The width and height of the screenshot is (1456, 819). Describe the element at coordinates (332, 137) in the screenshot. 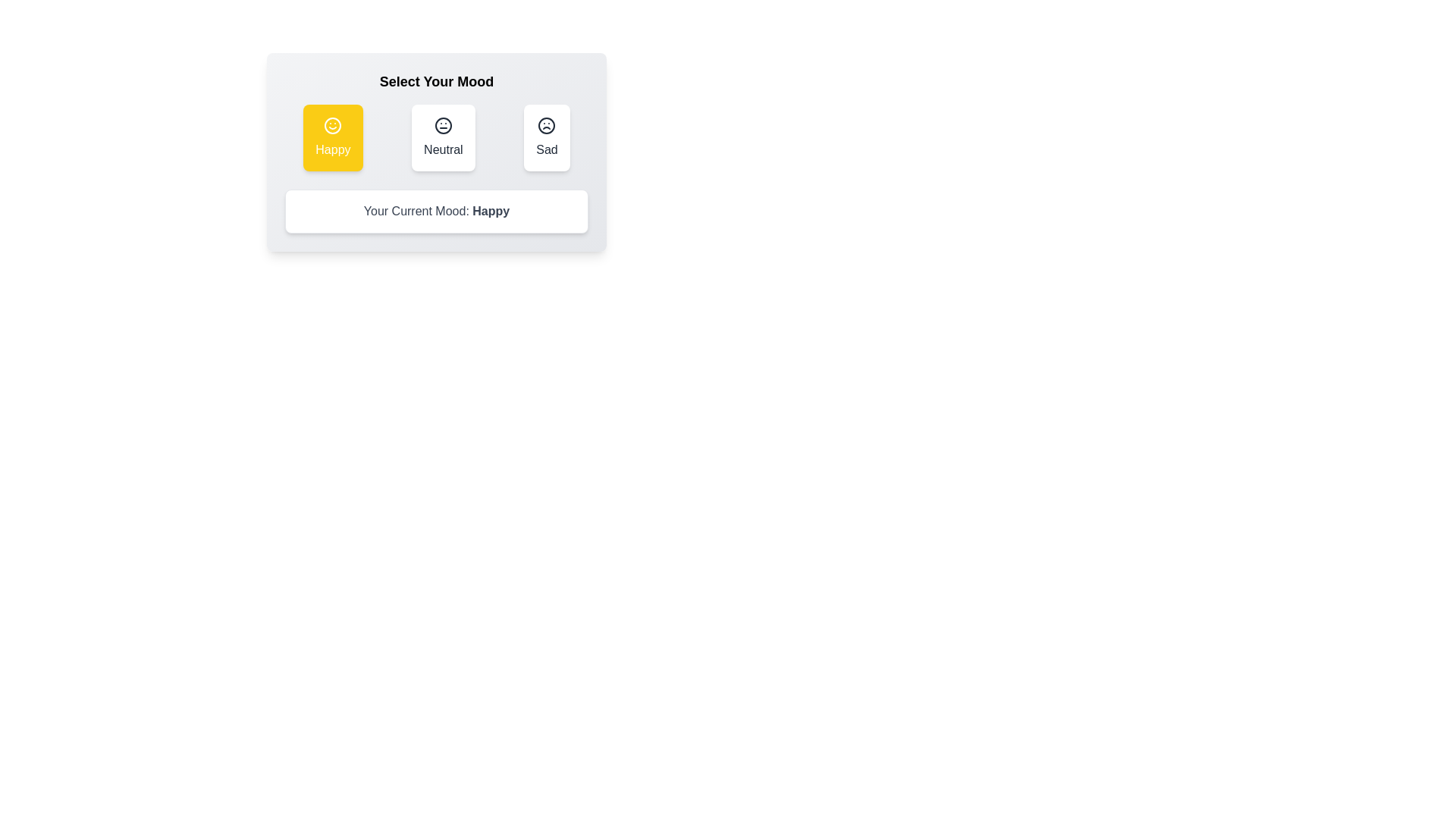

I see `the mood Happy by clicking on its corresponding button` at that location.